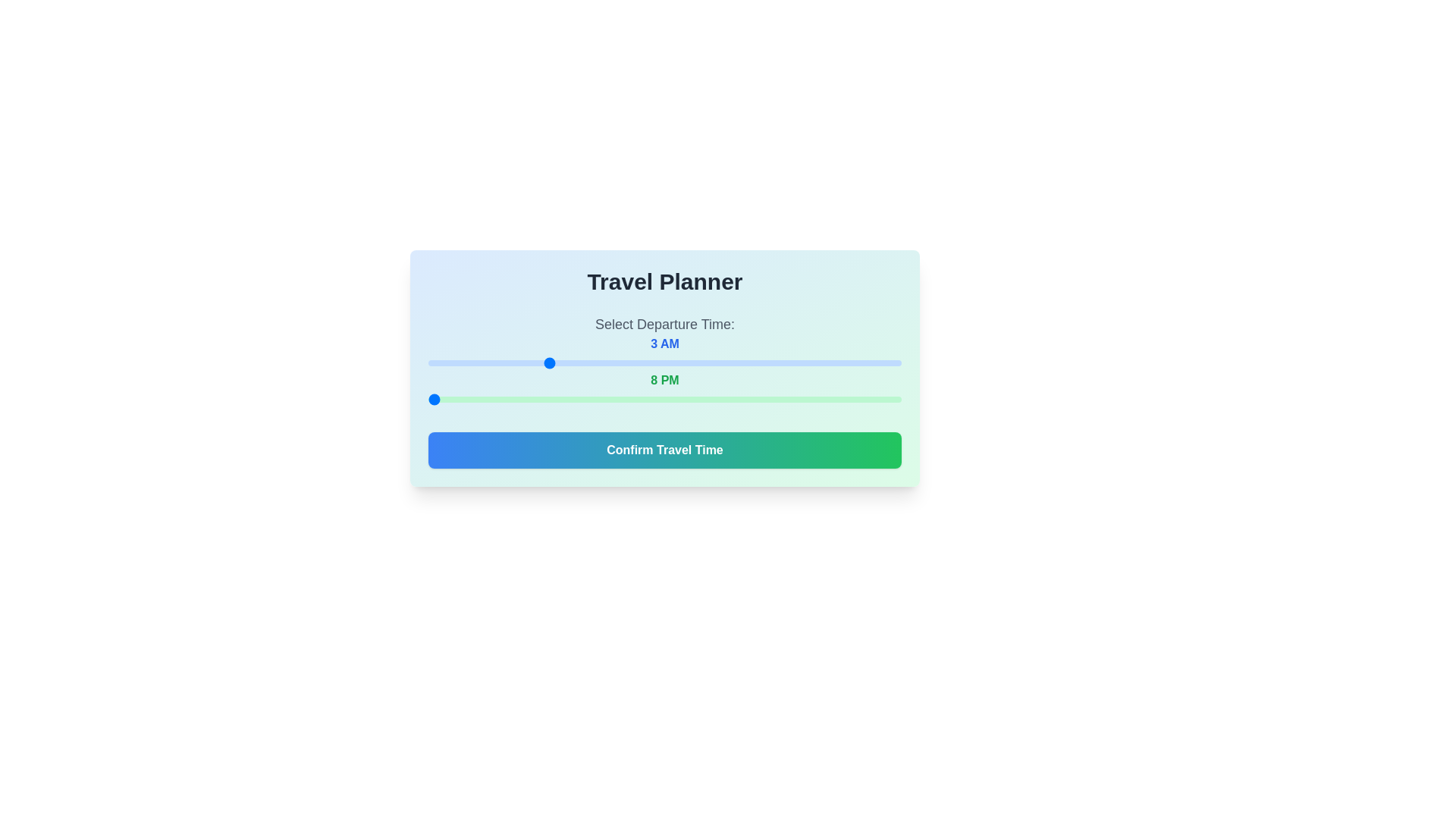  What do you see at coordinates (665, 324) in the screenshot?
I see `the text label that reads 'Select Departure Time:' which is styled with a larger font size and gray color, positioned below the 'Travel Planner' title and above the time selection interface` at bounding box center [665, 324].